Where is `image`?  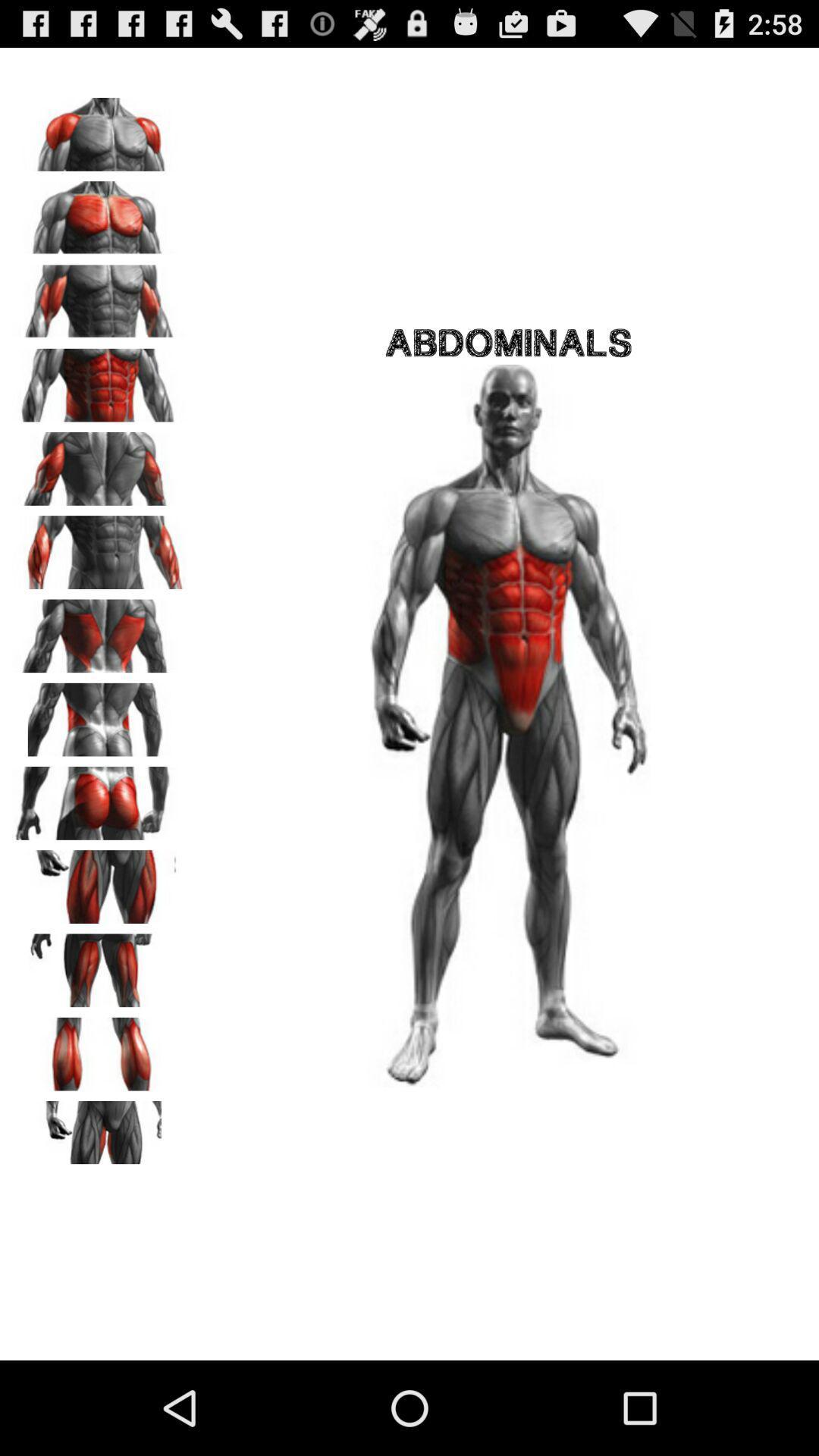 image is located at coordinates (99, 1132).